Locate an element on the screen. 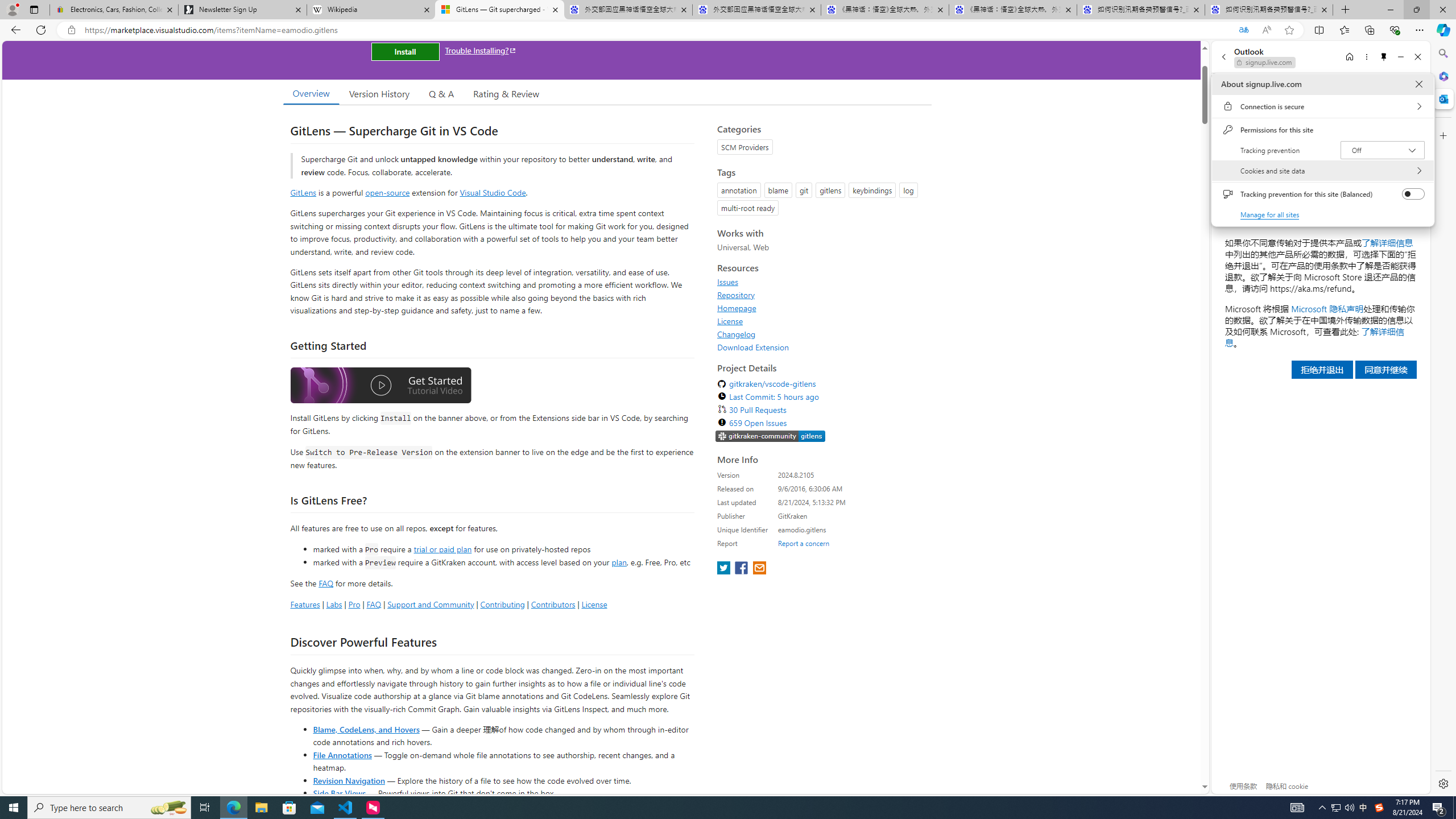 Image resolution: width=1456 pixels, height=819 pixels. 'Start' is located at coordinates (14, 806).